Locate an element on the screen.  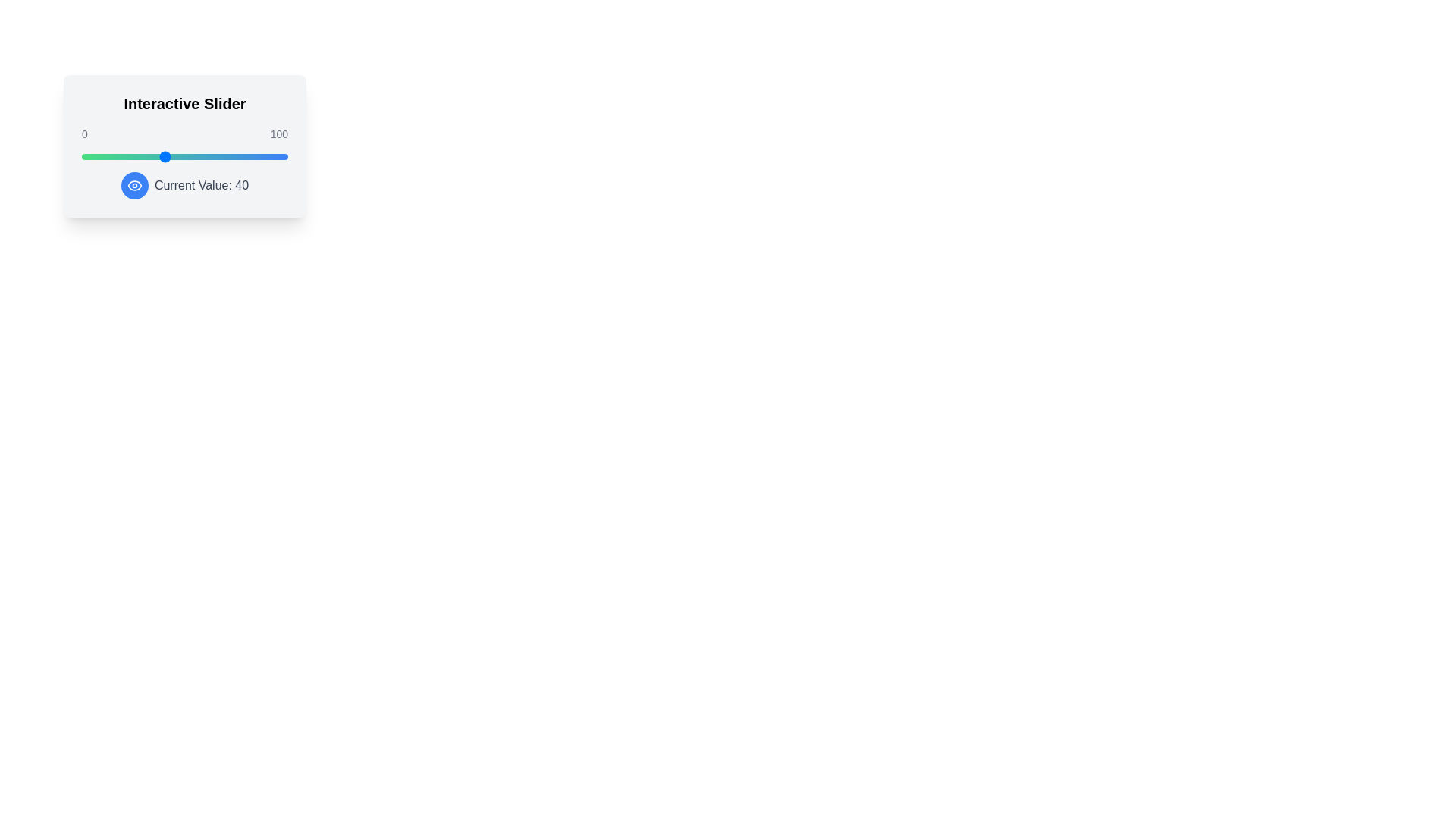
the eye icon button to toggle the visibility of the slider value is located at coordinates (134, 185).